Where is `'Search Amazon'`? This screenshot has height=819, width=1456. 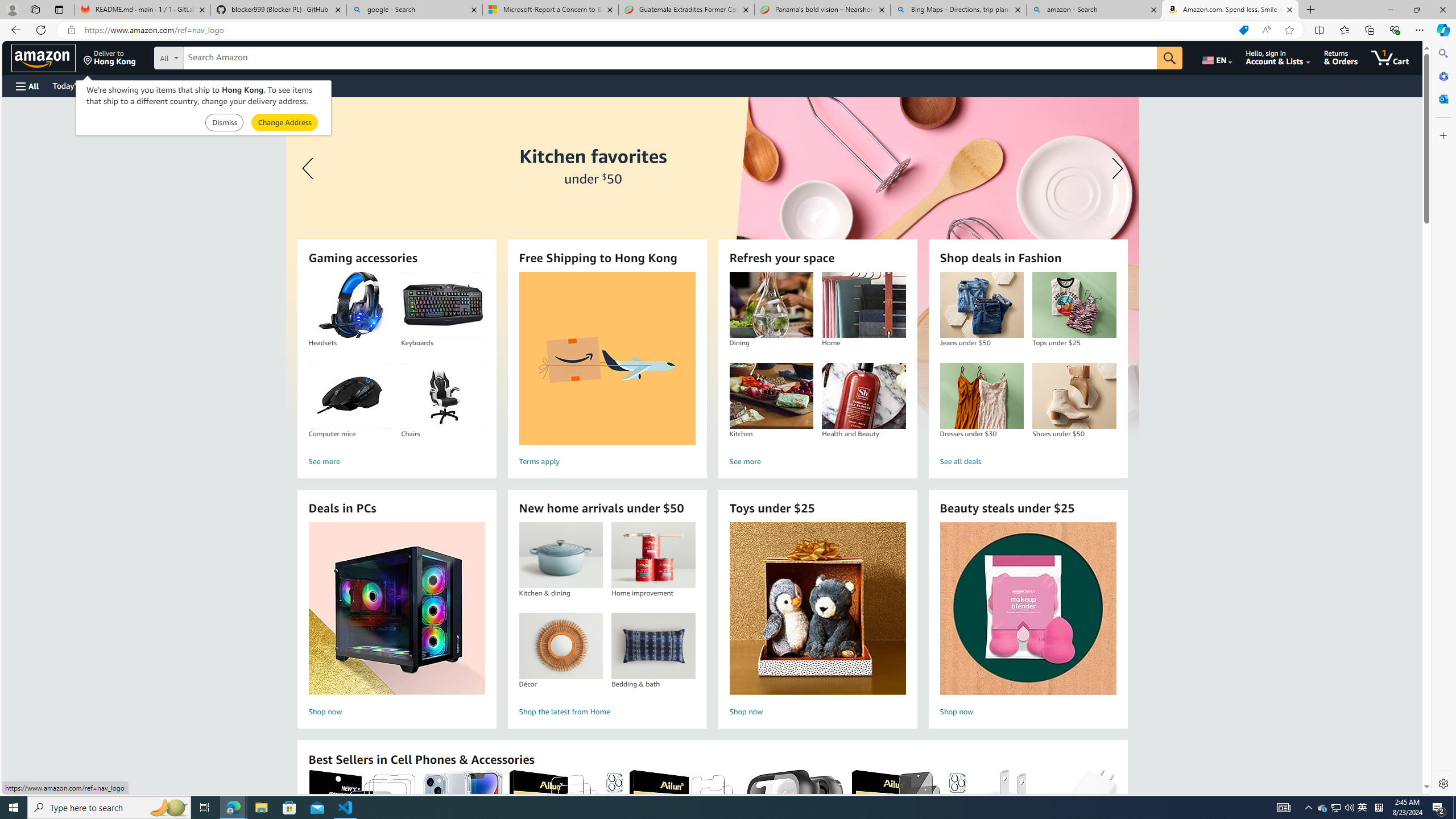 'Search Amazon' is located at coordinates (670, 58).